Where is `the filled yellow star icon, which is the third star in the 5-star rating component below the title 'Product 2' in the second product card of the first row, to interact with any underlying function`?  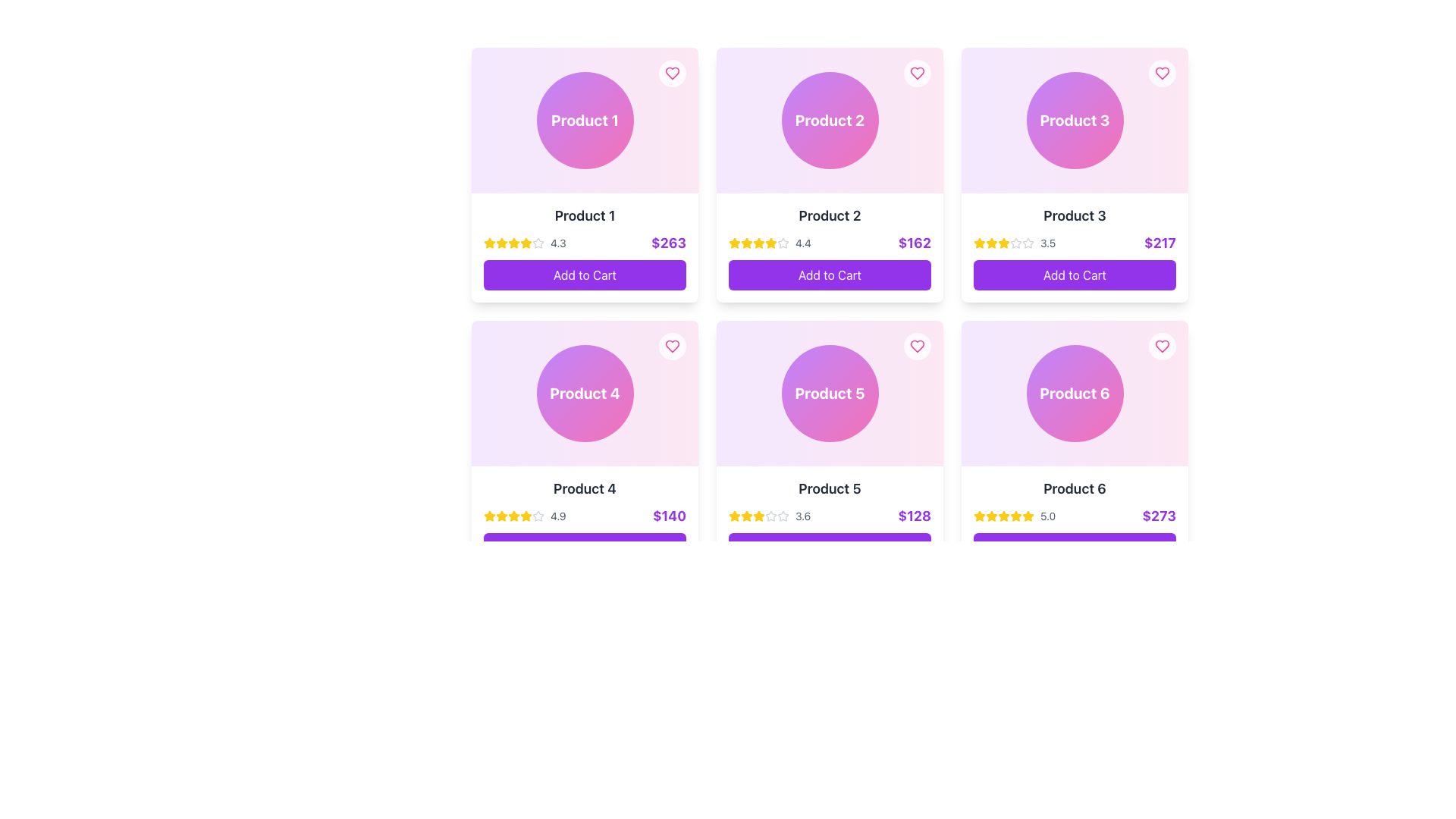 the filled yellow star icon, which is the third star in the 5-star rating component below the title 'Product 2' in the second product card of the first row, to interact with any underlying function is located at coordinates (746, 242).